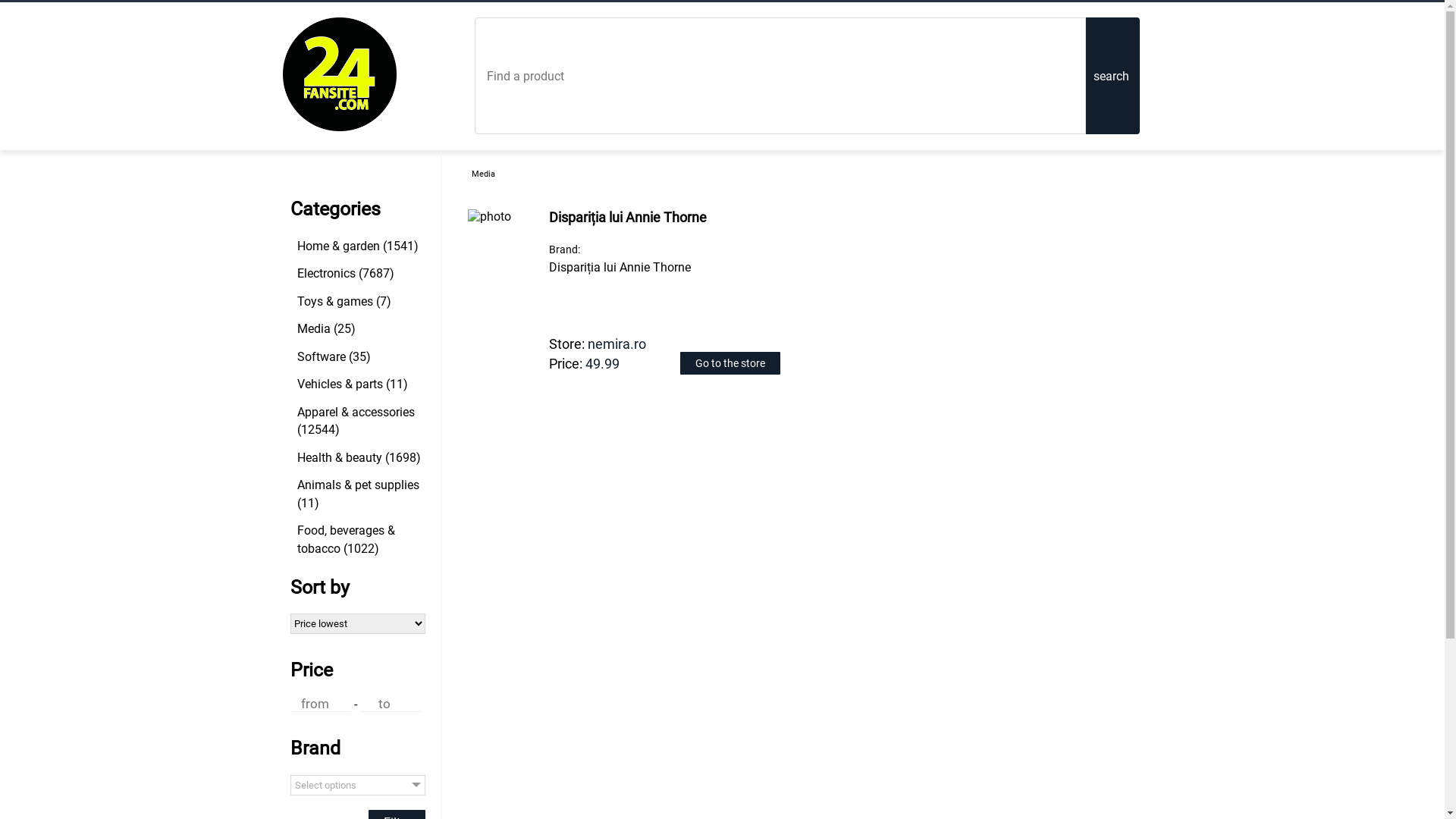 This screenshot has width=1456, height=819. I want to click on 'Home & garden (1541)', so click(359, 245).